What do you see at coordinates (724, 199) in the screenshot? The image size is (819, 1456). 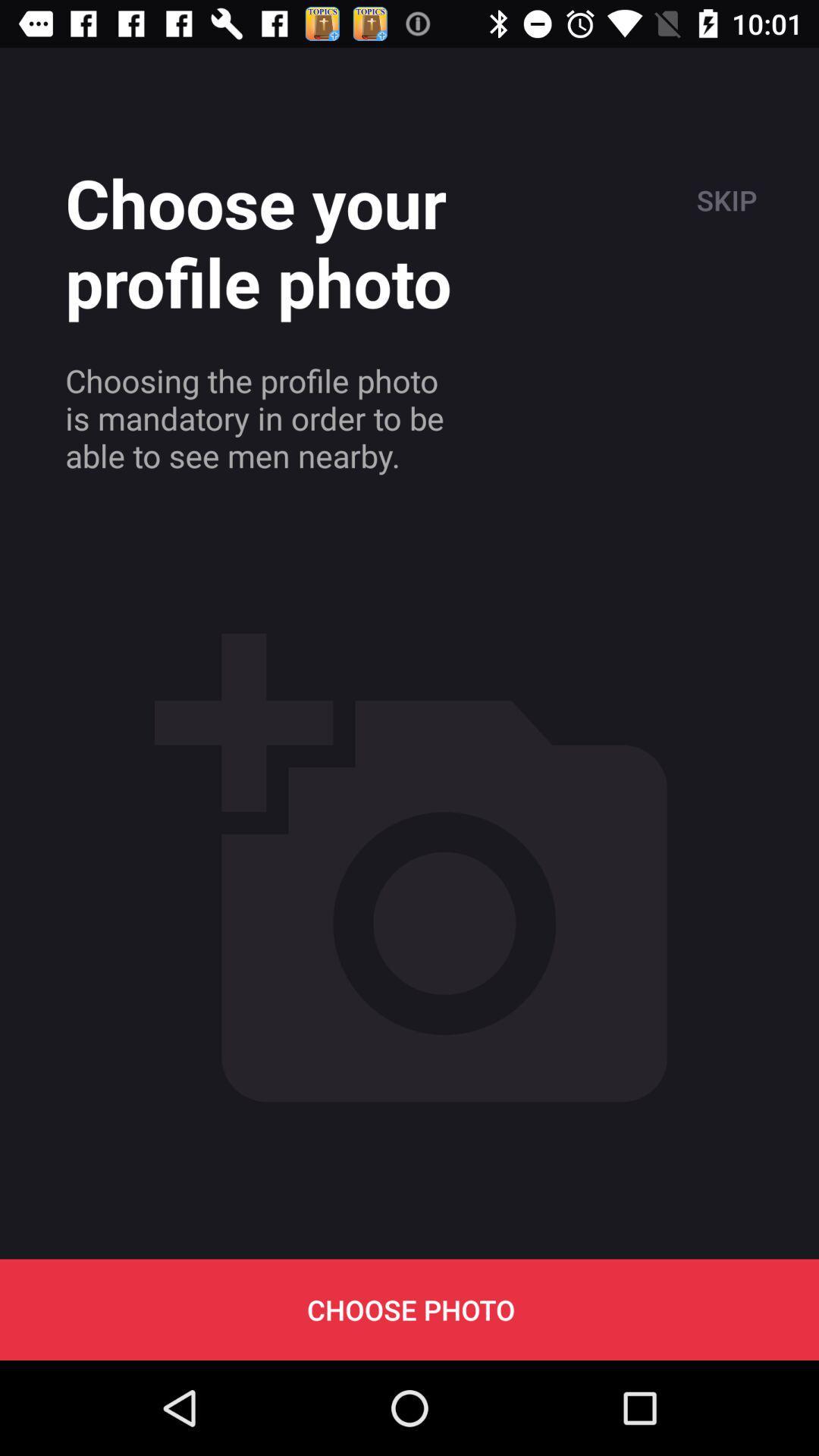 I see `the item next to the choose your profile icon` at bounding box center [724, 199].